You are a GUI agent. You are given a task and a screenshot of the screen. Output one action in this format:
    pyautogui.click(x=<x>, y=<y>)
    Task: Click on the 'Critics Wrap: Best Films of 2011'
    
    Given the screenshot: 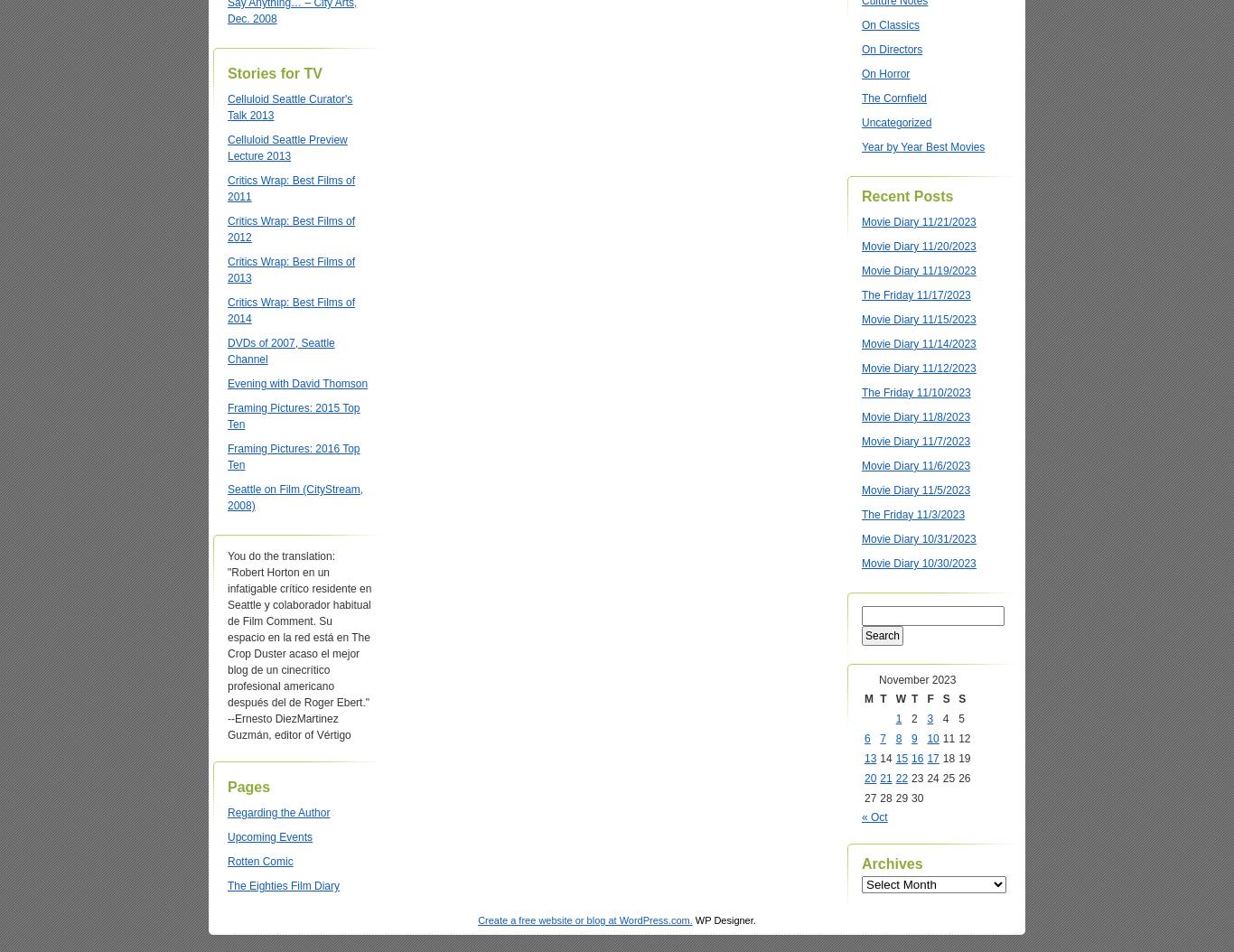 What is the action you would take?
    pyautogui.click(x=228, y=188)
    